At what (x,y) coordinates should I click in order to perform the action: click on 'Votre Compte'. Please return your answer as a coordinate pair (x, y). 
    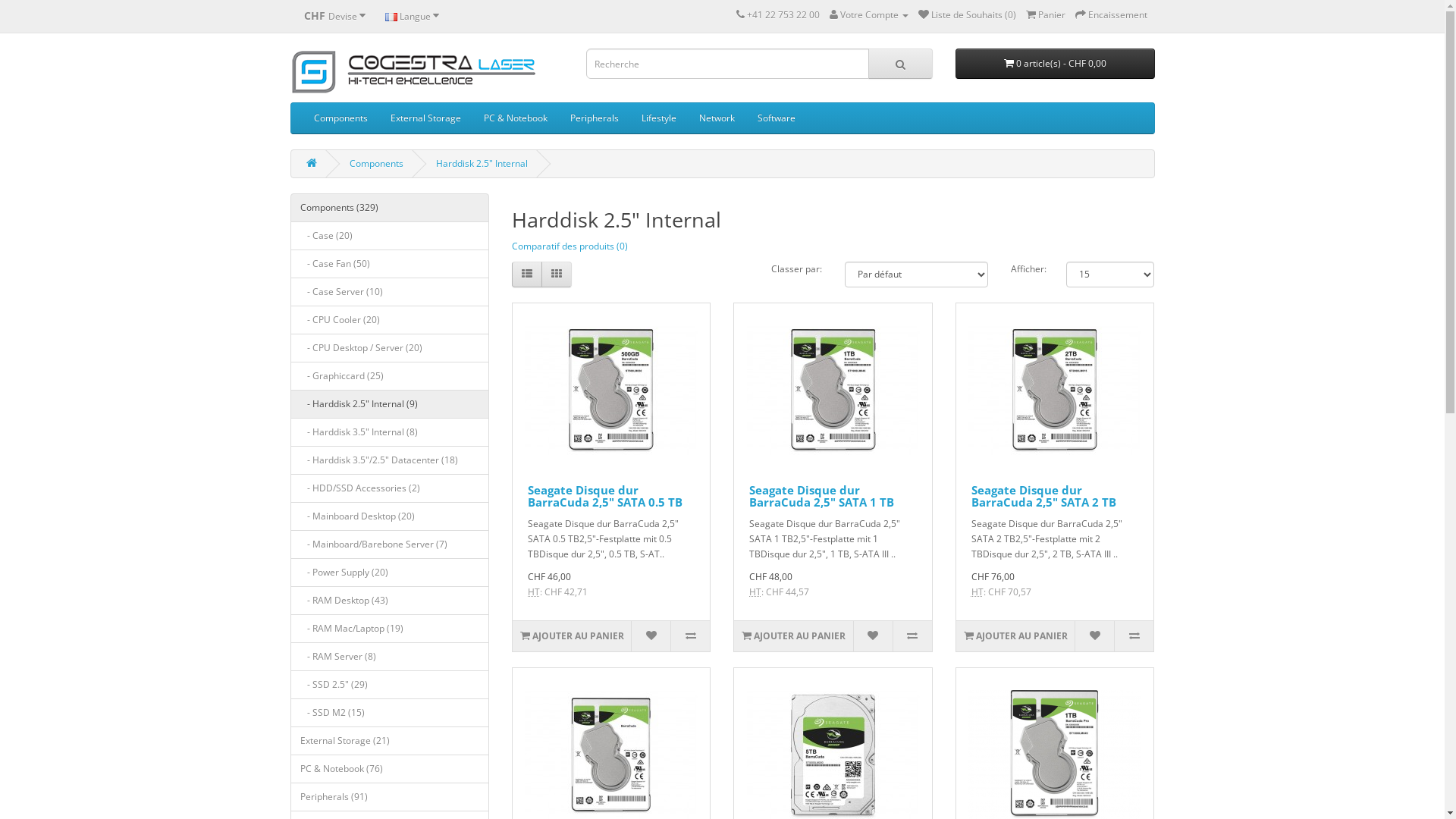
    Looking at the image, I should click on (829, 14).